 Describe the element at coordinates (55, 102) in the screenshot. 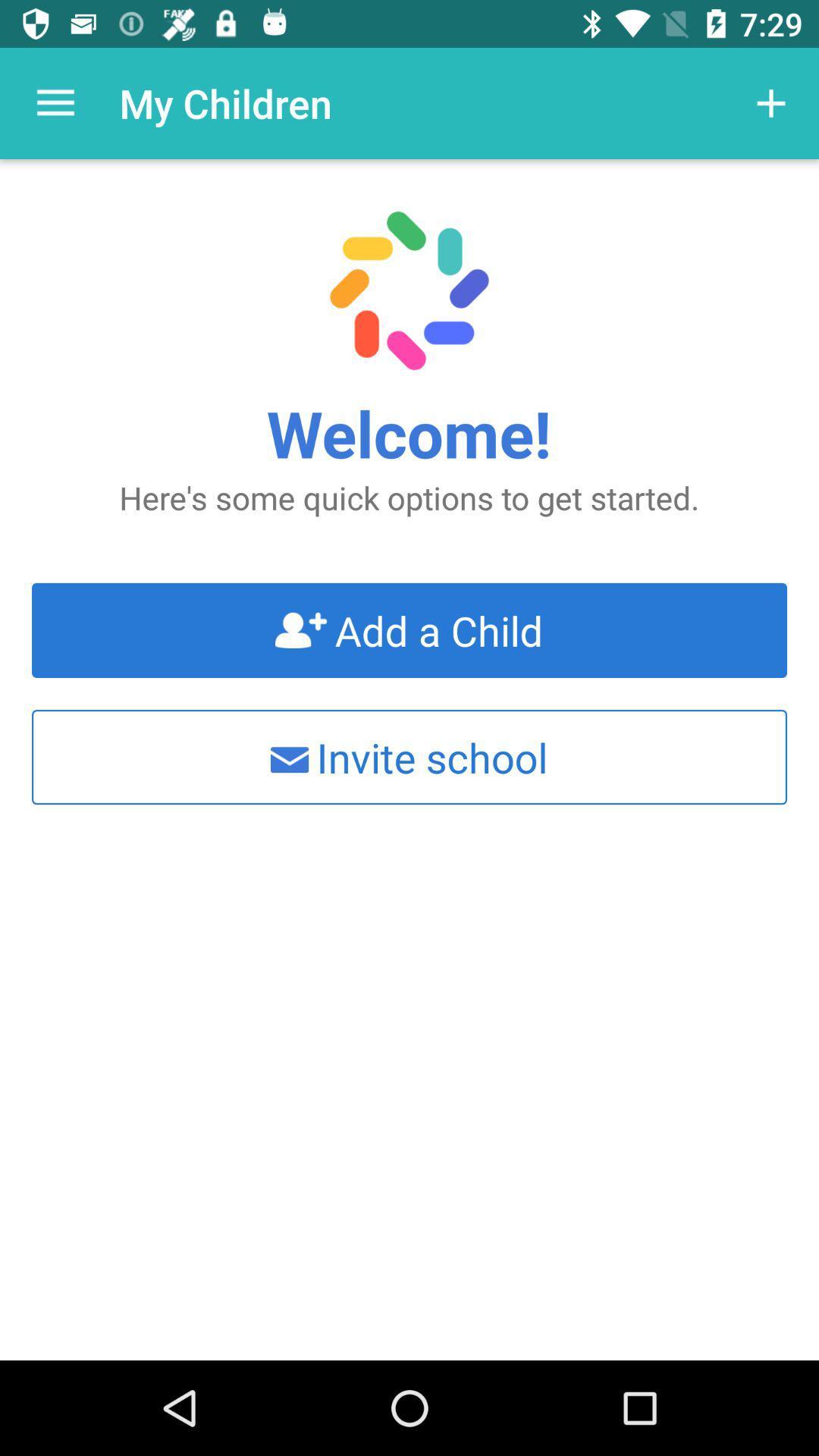

I see `item next to my children icon` at that location.